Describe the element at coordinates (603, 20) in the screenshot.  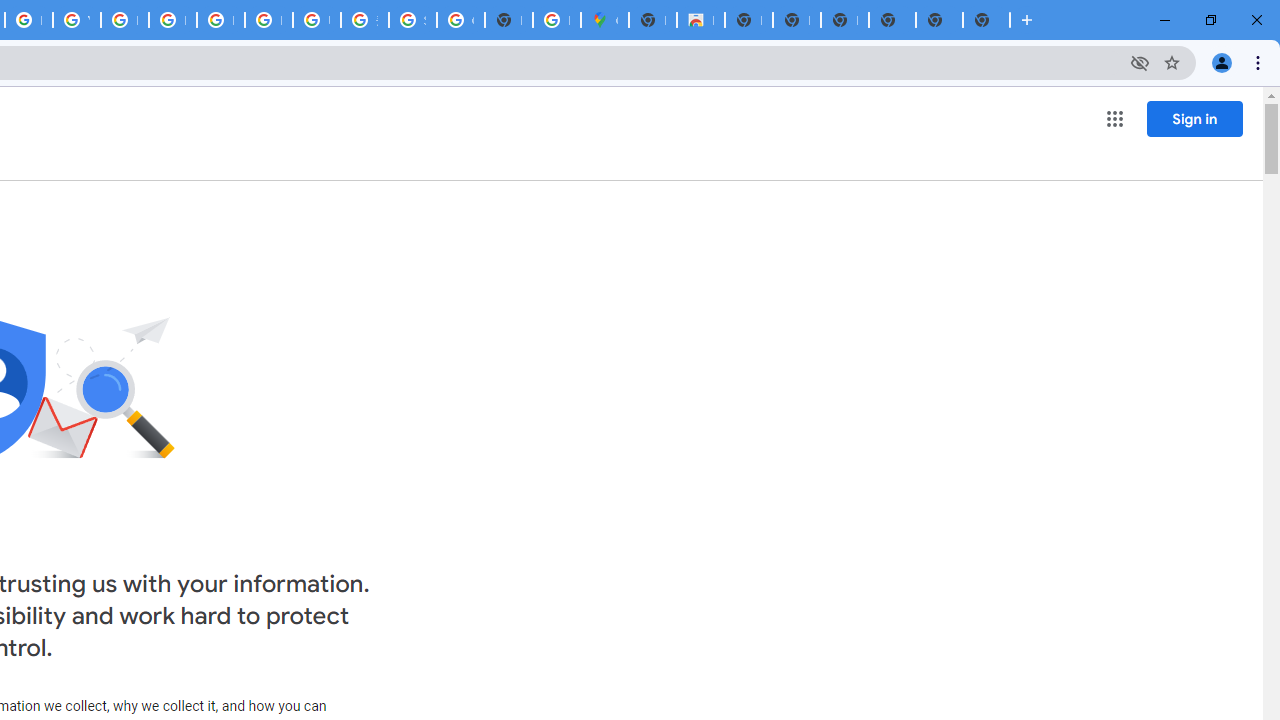
I see `'Google Maps'` at that location.